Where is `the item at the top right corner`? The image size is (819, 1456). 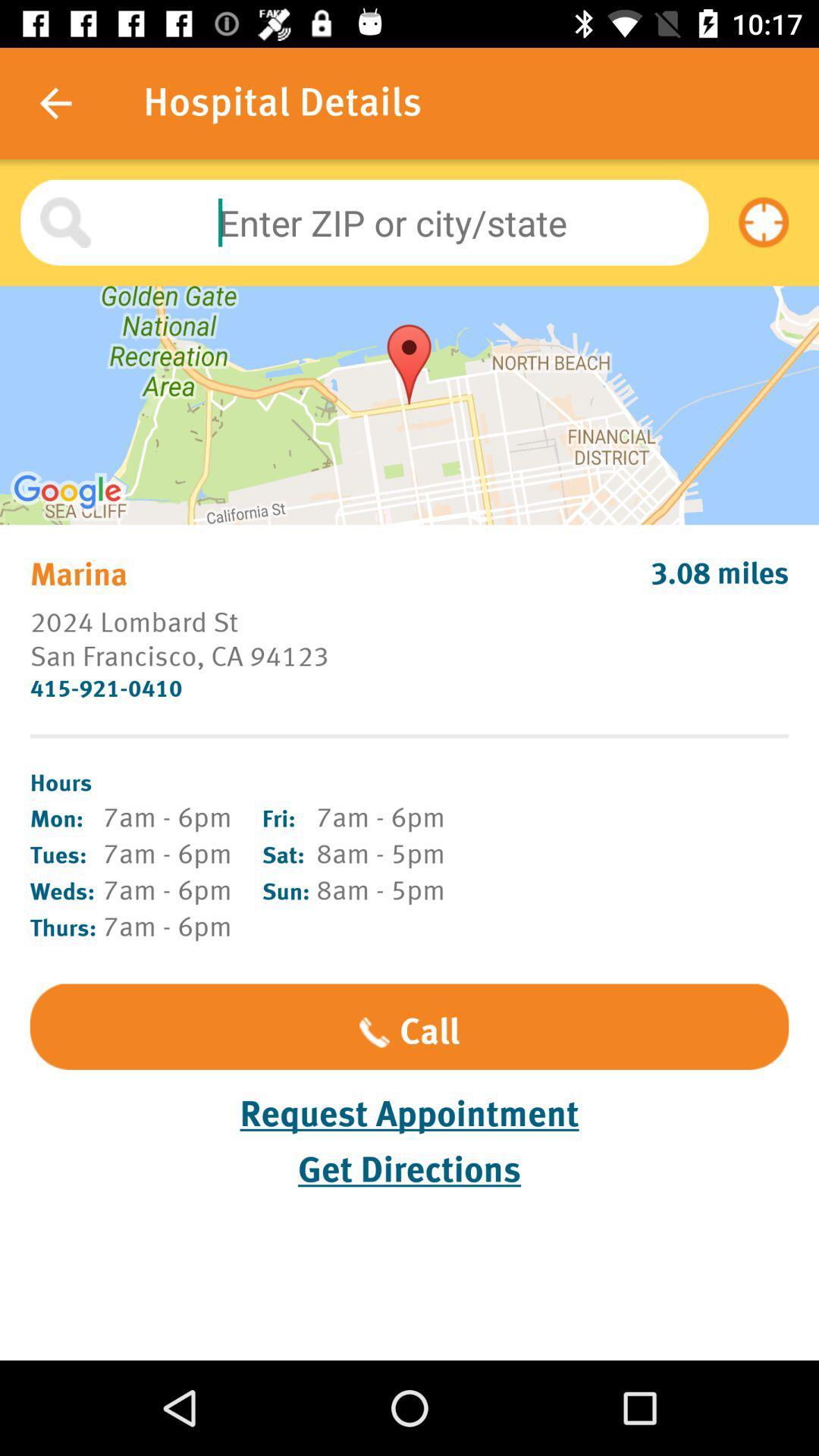
the item at the top right corner is located at coordinates (764, 221).